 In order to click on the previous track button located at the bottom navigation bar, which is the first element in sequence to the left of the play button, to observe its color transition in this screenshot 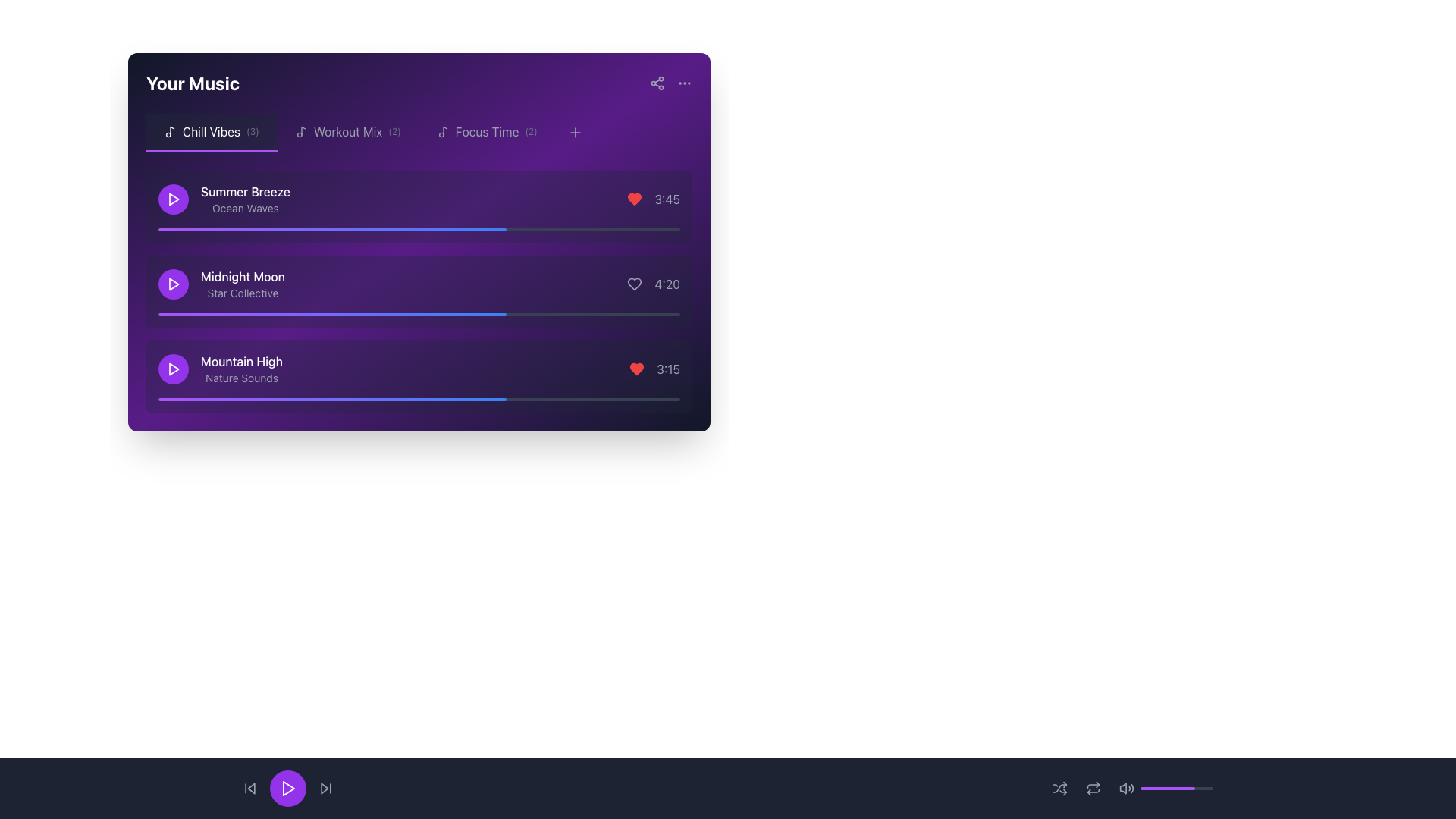, I will do `click(250, 788)`.